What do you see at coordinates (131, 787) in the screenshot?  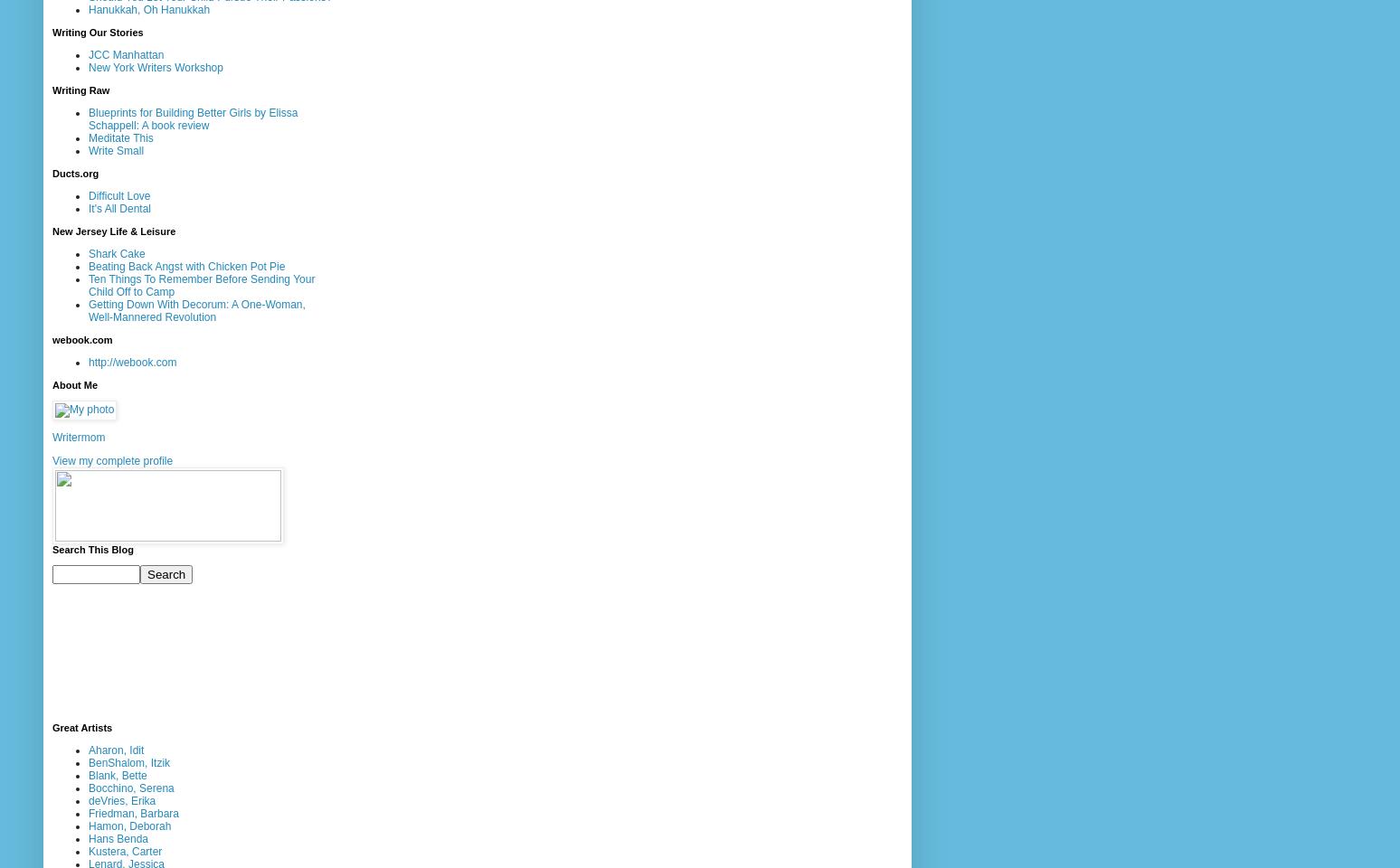 I see `'Bocchino, Serena'` at bounding box center [131, 787].